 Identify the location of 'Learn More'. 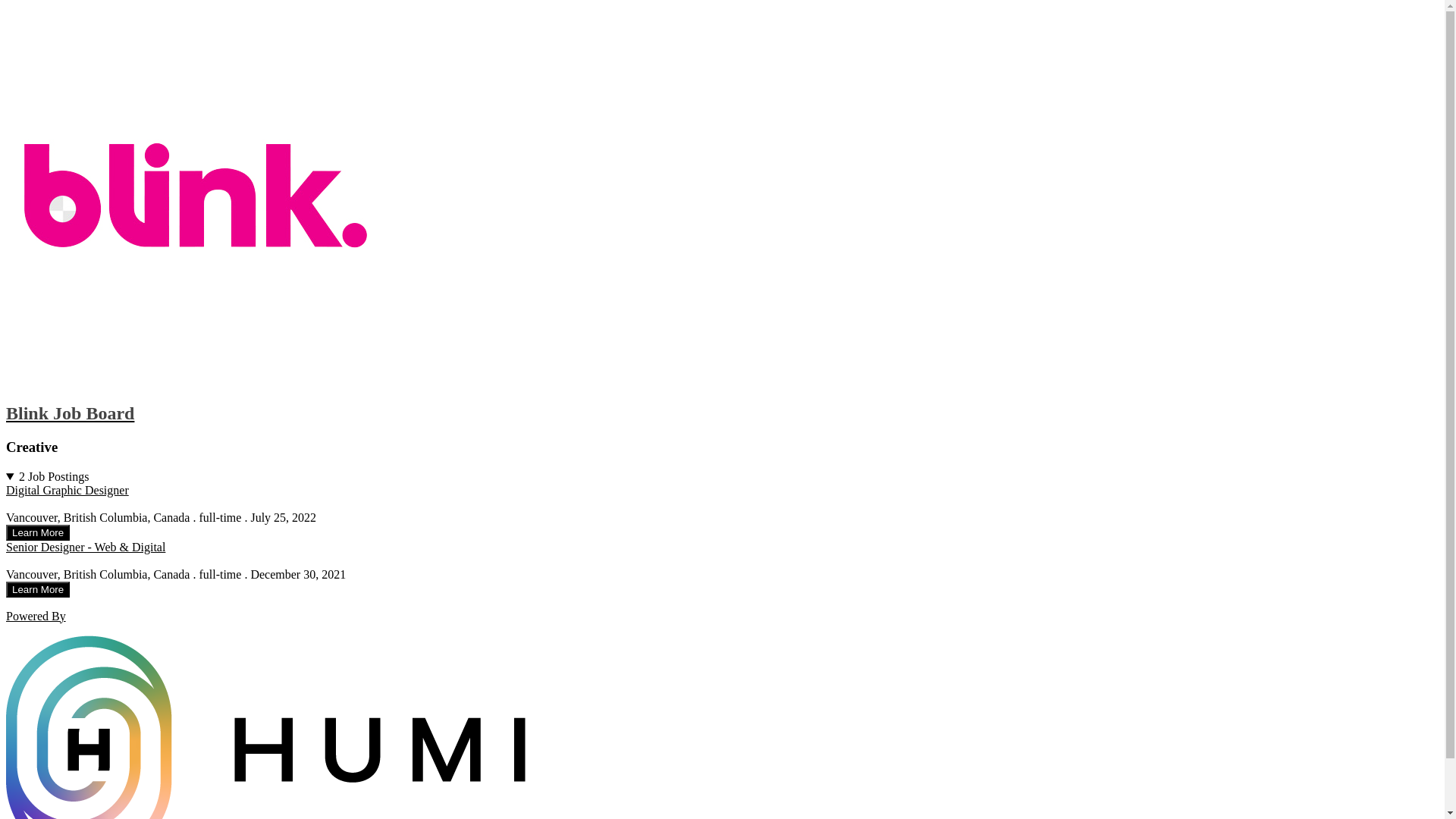
(37, 588).